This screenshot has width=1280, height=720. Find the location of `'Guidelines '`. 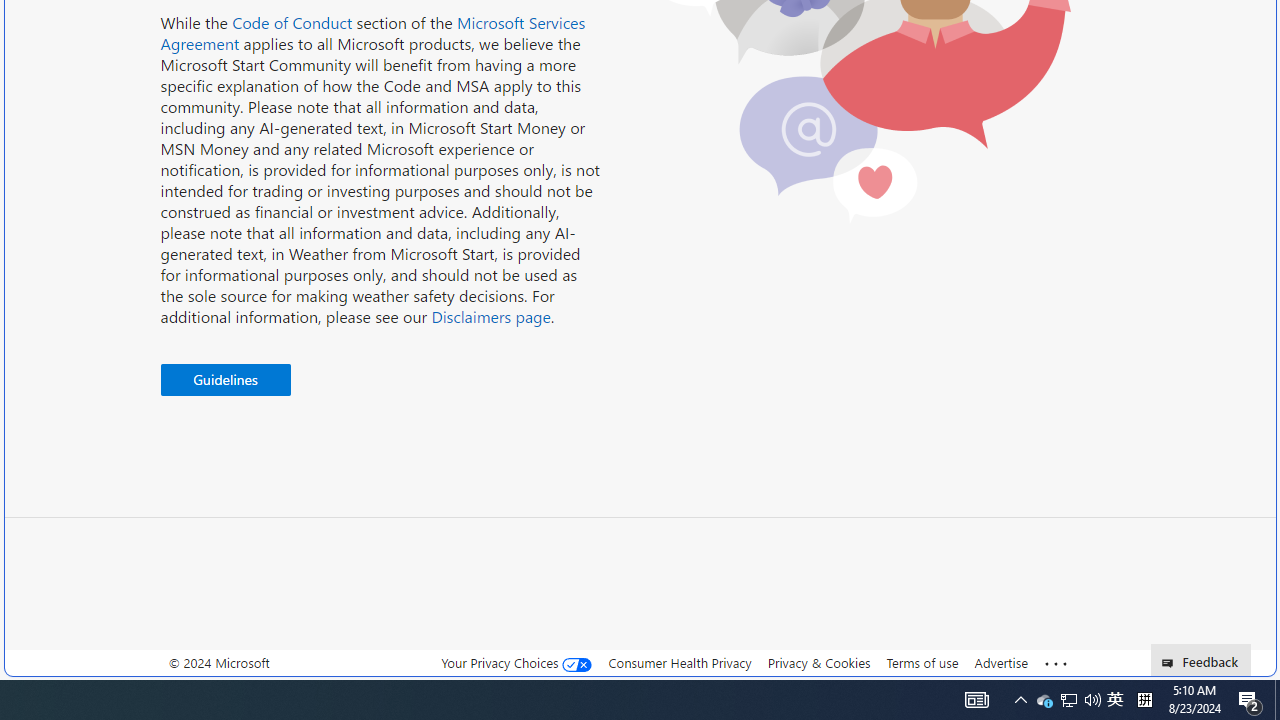

'Guidelines ' is located at coordinates (225, 380).